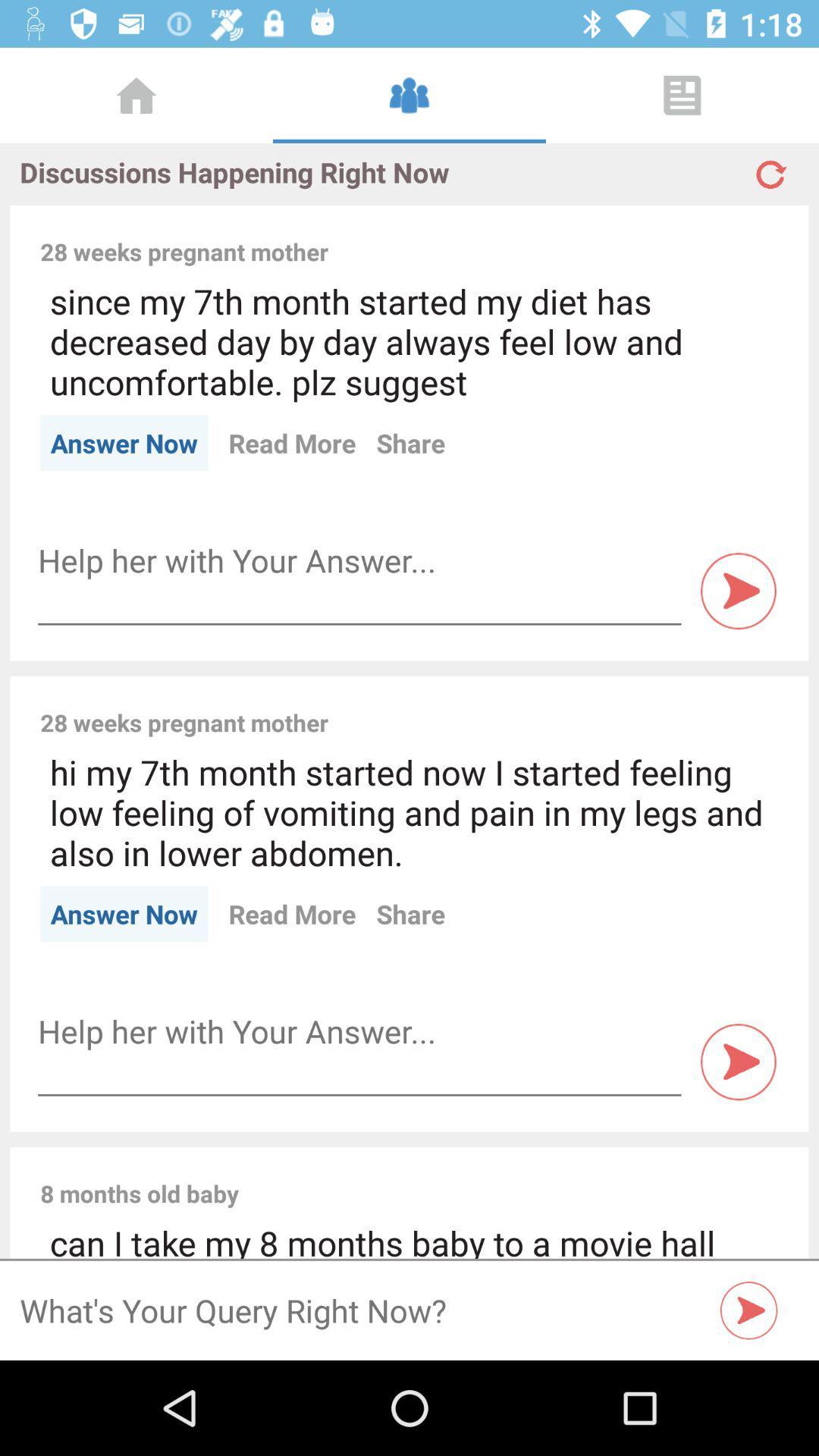 Image resolution: width=819 pixels, height=1456 pixels. Describe the element at coordinates (518, 1176) in the screenshot. I see `item above can i take` at that location.